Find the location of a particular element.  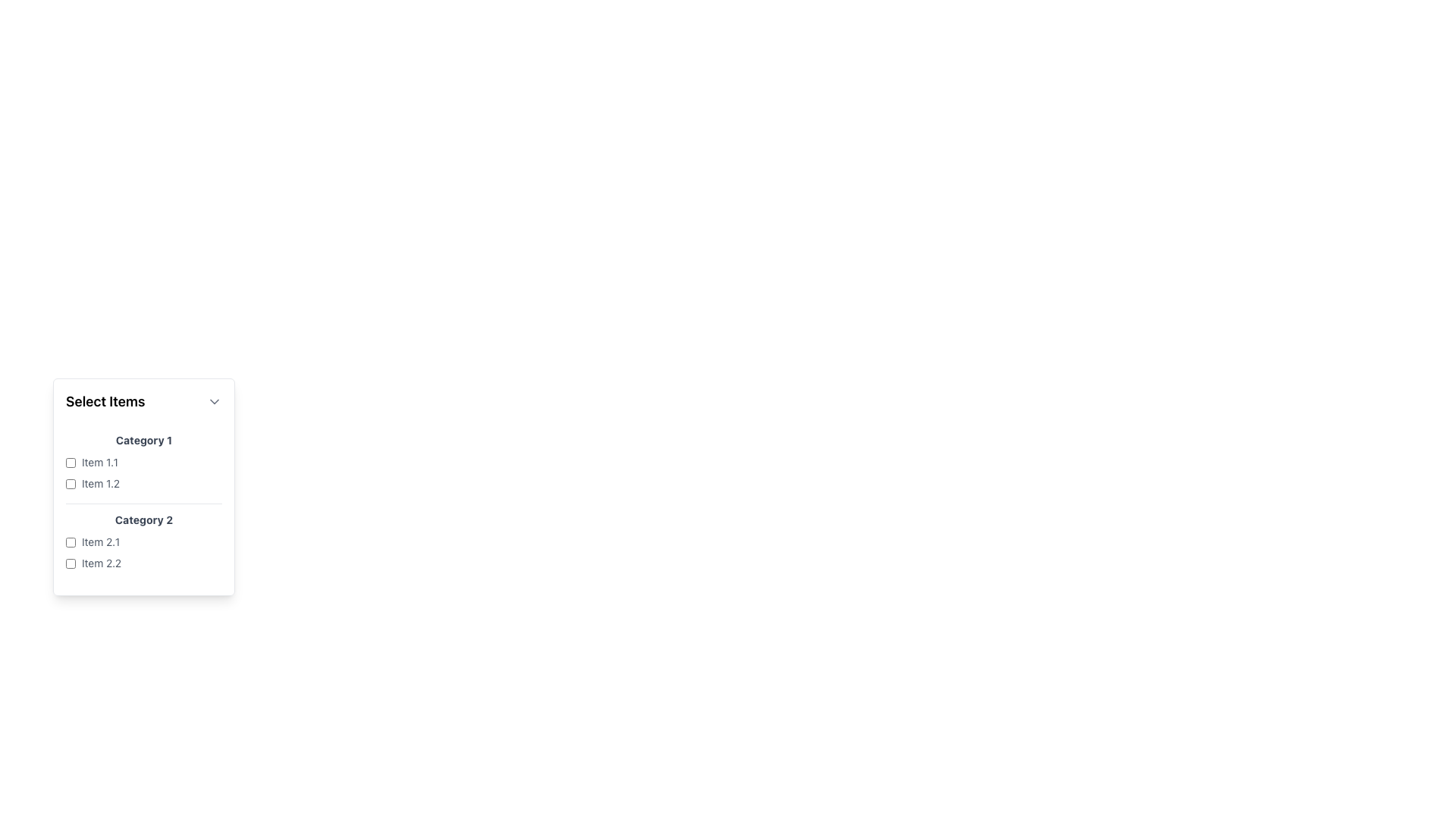

text label 'Select Items' which is positioned to the left of a downward-pointing chevron icon in a dropdown-like interface is located at coordinates (105, 400).